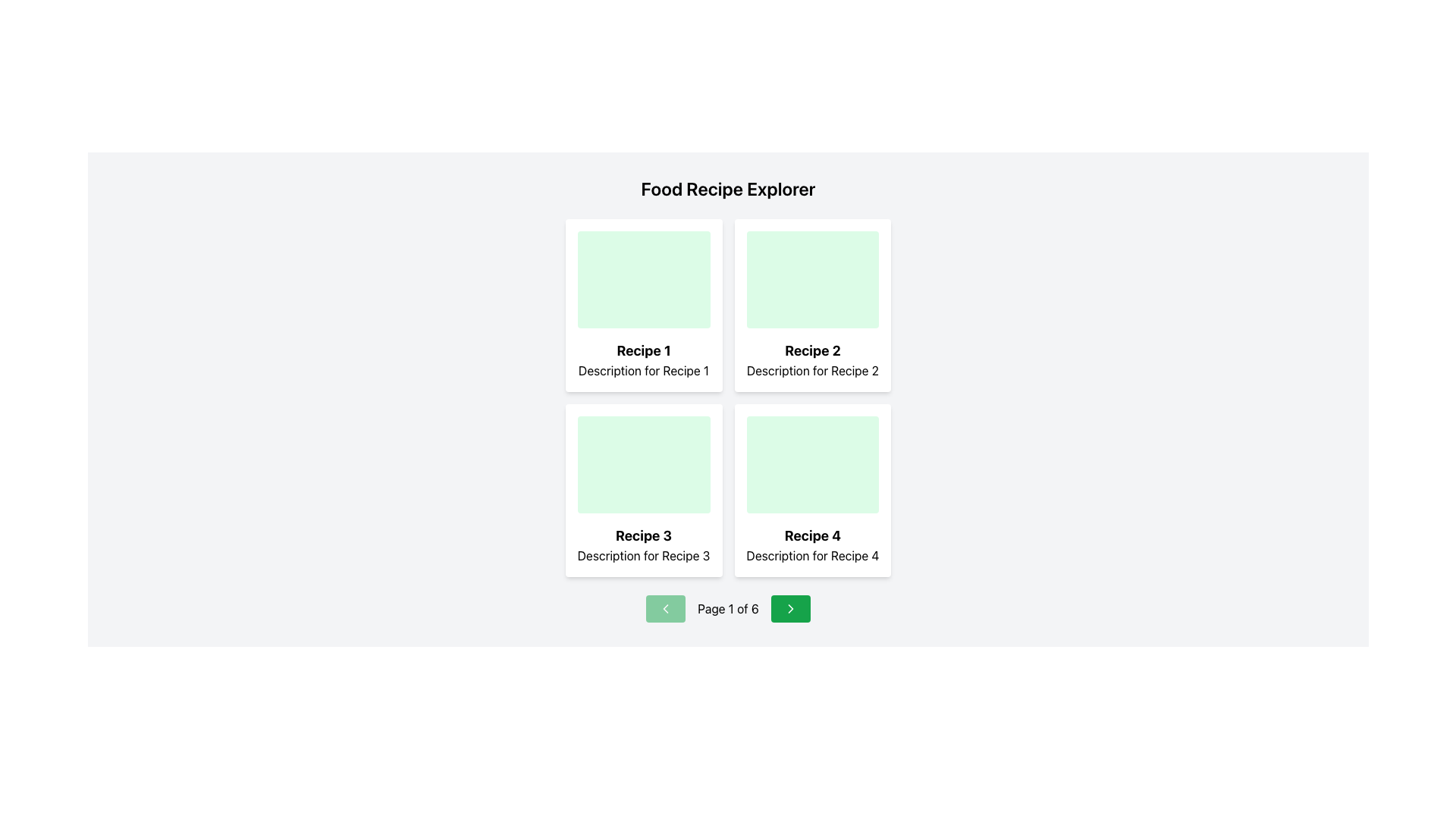 This screenshot has height=819, width=1456. Describe the element at coordinates (666, 607) in the screenshot. I see `the navigation icon located to the left of the 'Page 1 of 6' text in the pagination area` at that location.